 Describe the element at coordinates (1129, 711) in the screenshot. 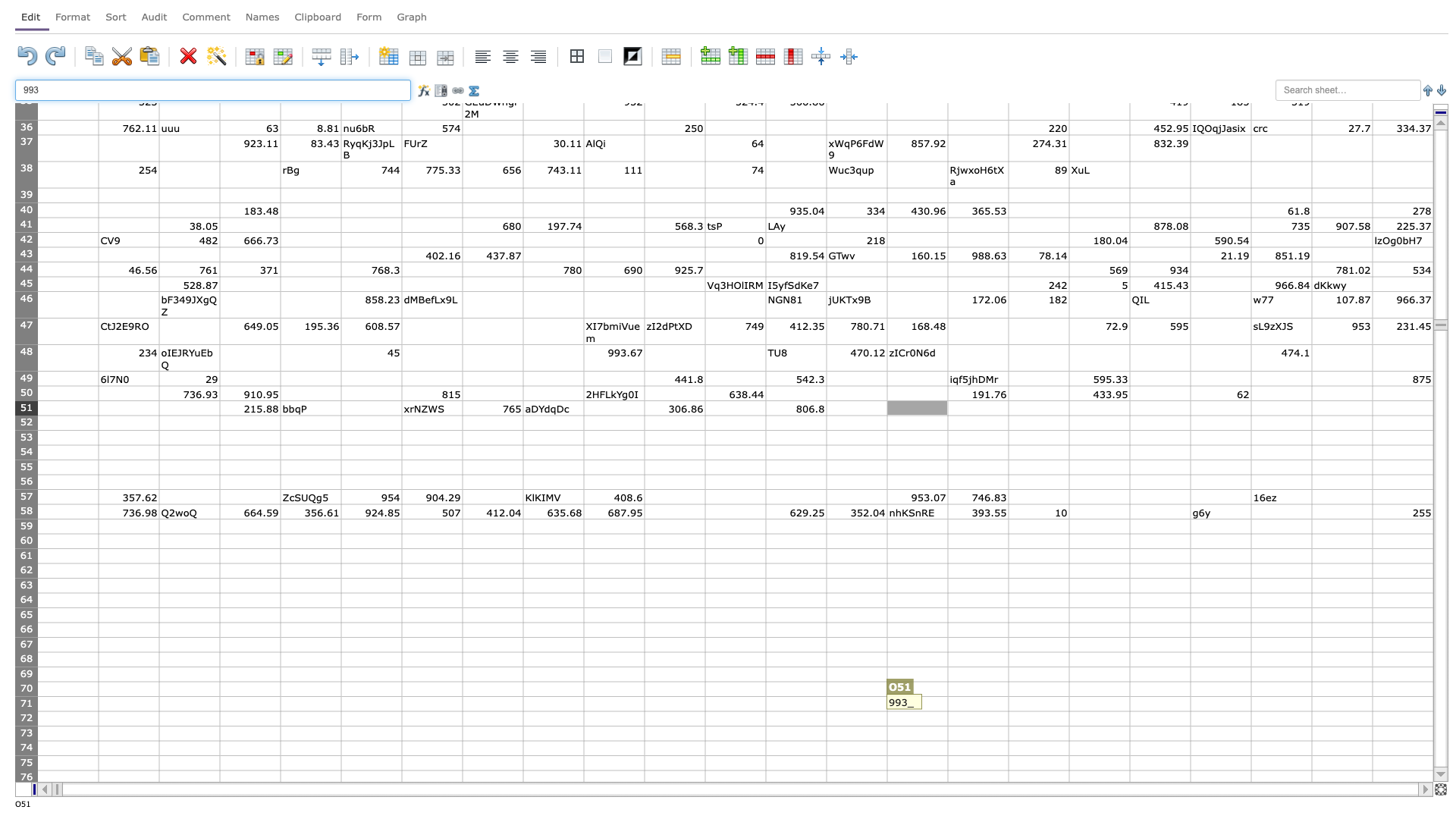

I see `bottom right corner of R71` at that location.